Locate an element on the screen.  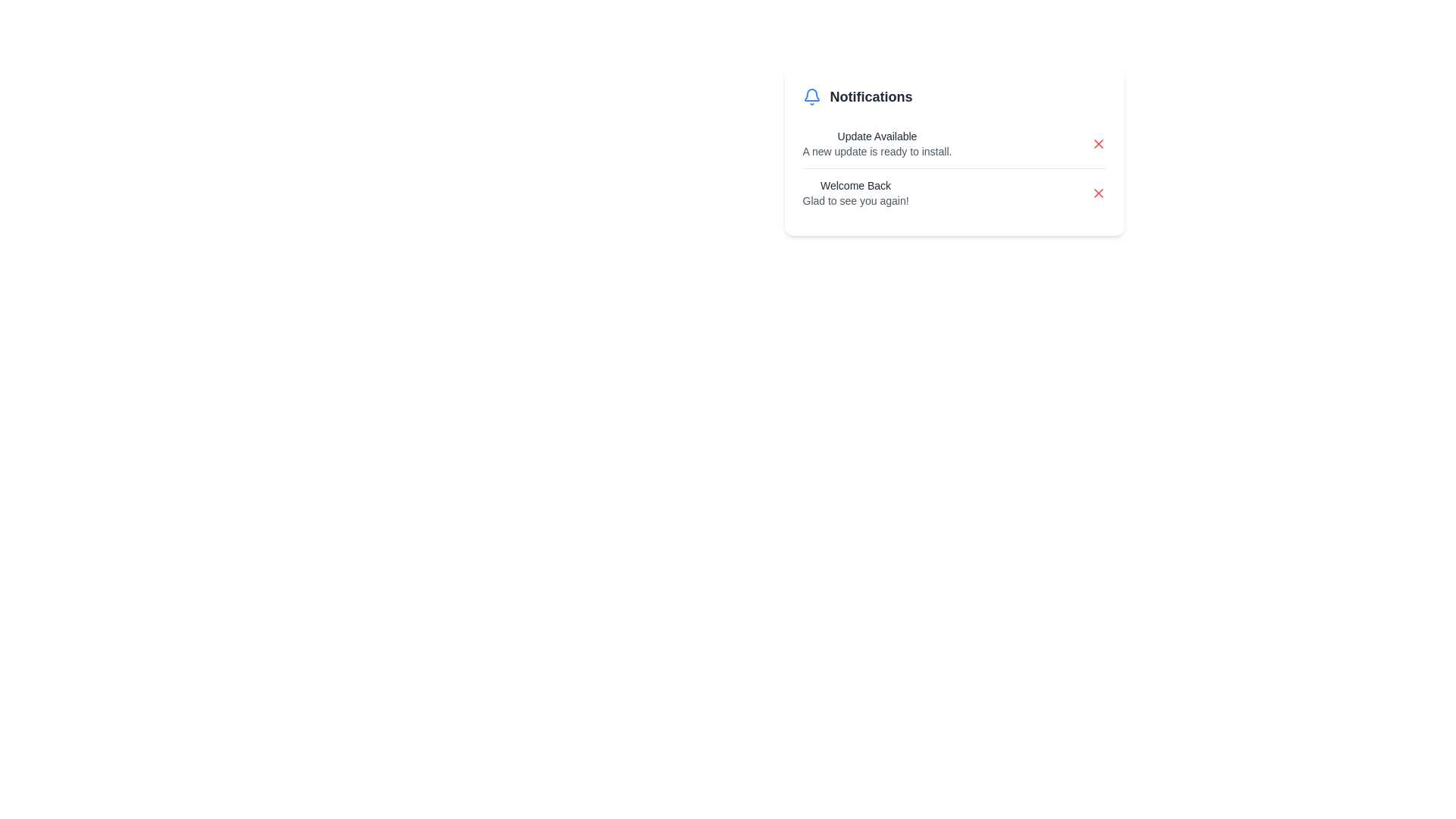
the static text label 'Update Available', which is styled with a medium font weight and dark gray color, located at the top left of a notification card is located at coordinates (877, 136).